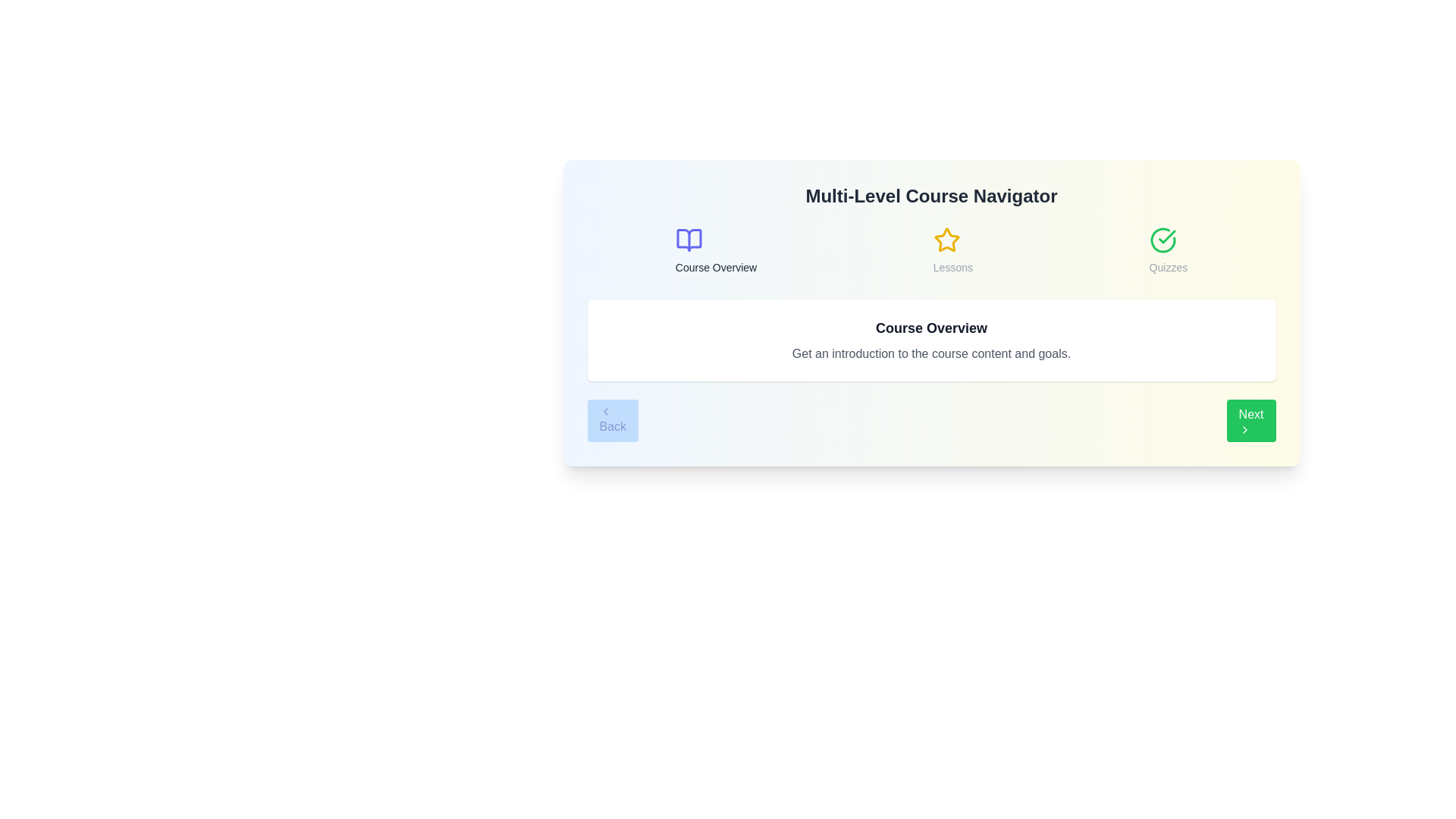 Image resolution: width=1456 pixels, height=819 pixels. What do you see at coordinates (1251, 421) in the screenshot?
I see `the 'Next' button to navigate to the next course` at bounding box center [1251, 421].